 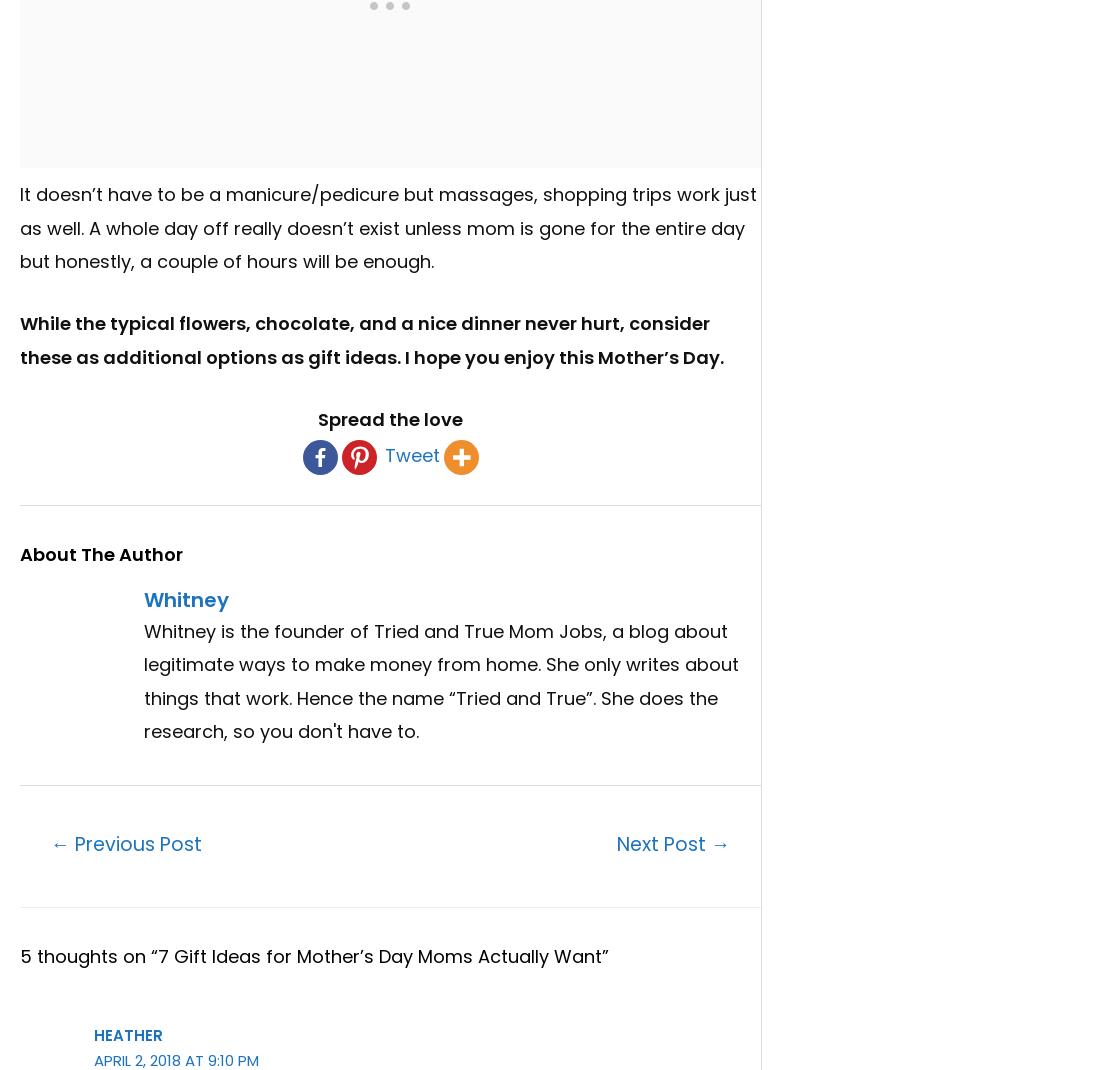 I want to click on 'Previous Post', so click(x=134, y=843).